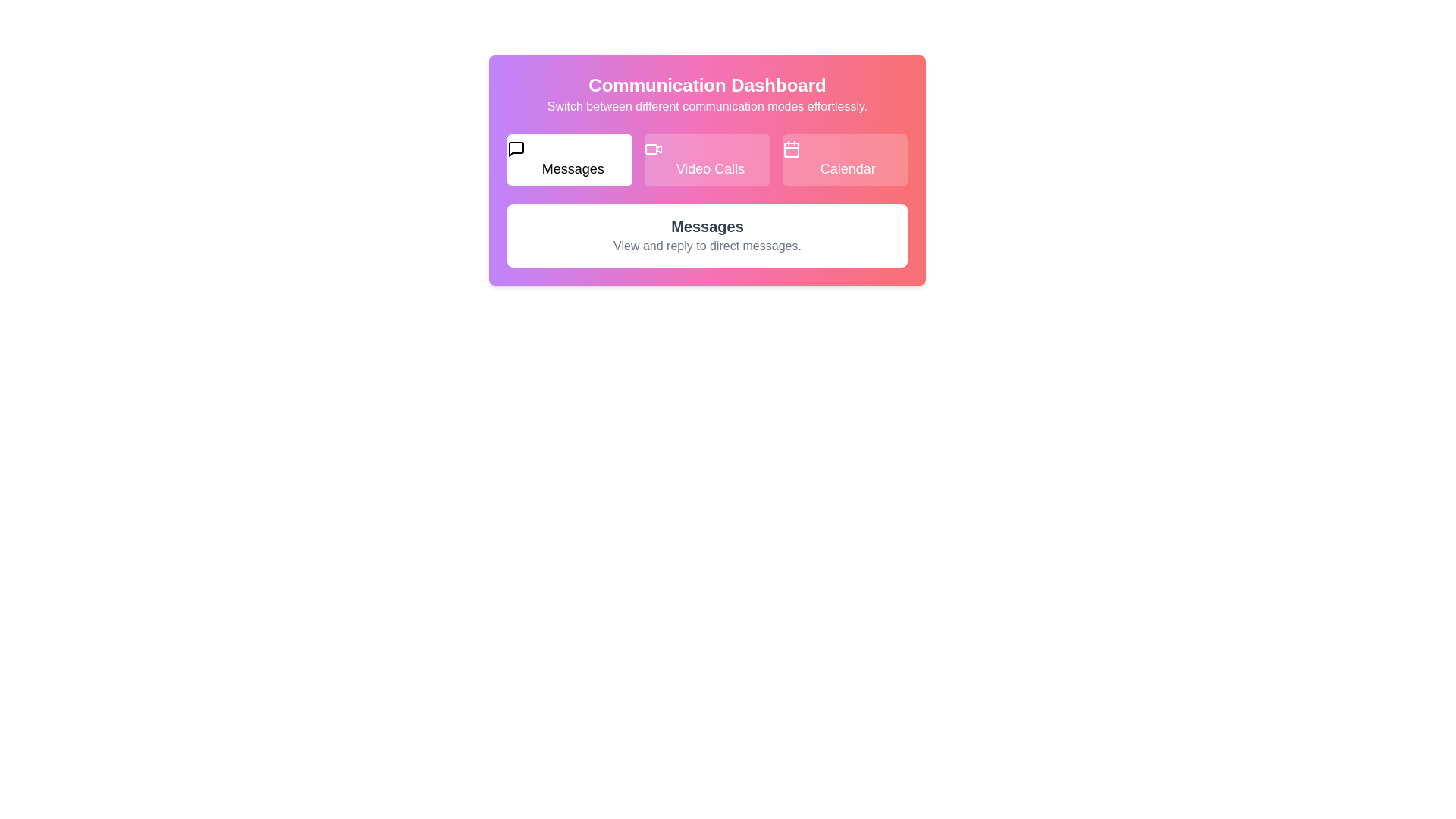 This screenshot has height=819, width=1456. What do you see at coordinates (568, 160) in the screenshot?
I see `the Messages tab to view its content` at bounding box center [568, 160].